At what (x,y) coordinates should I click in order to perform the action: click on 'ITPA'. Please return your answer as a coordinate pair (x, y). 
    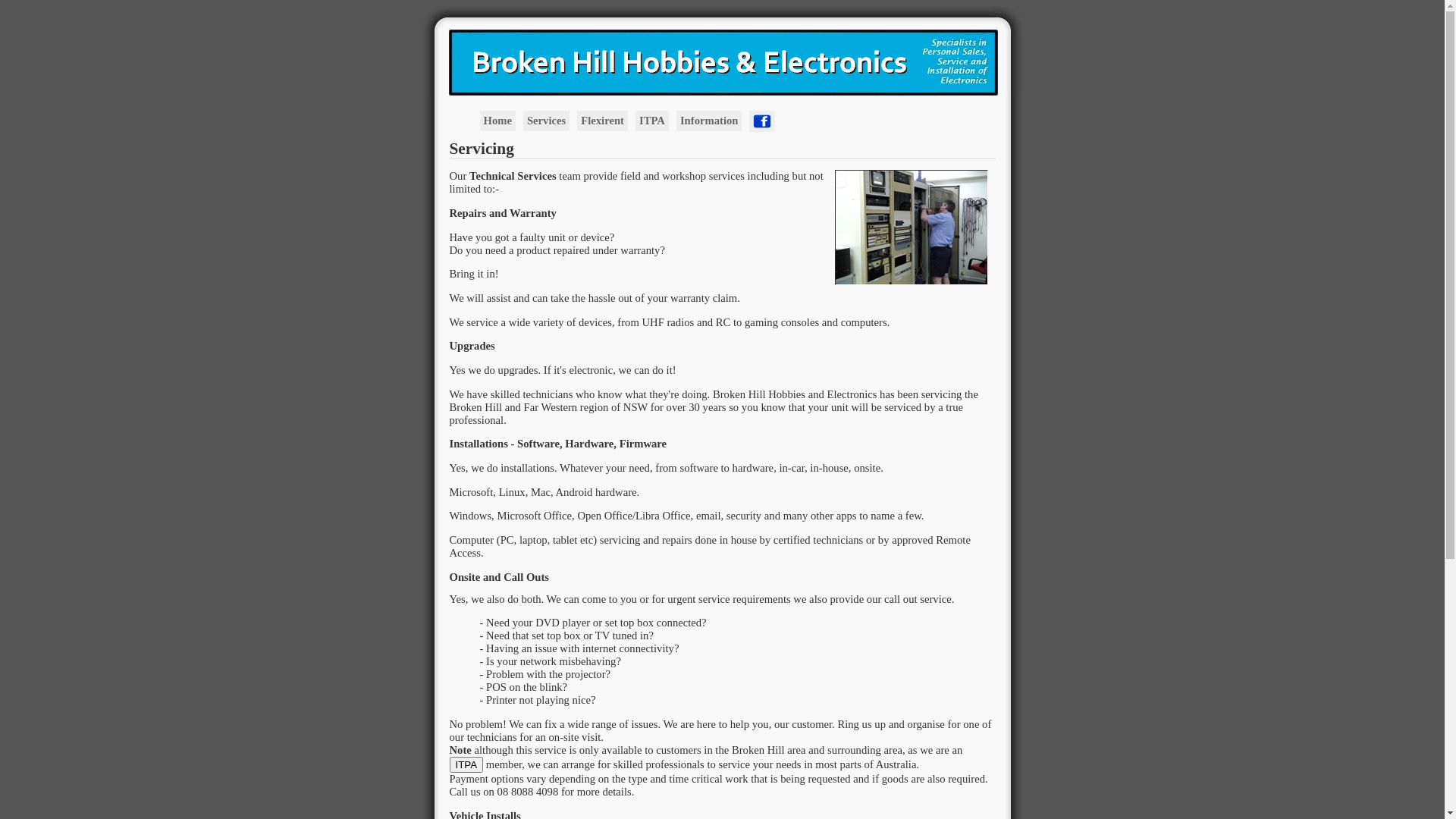
    Looking at the image, I should click on (651, 120).